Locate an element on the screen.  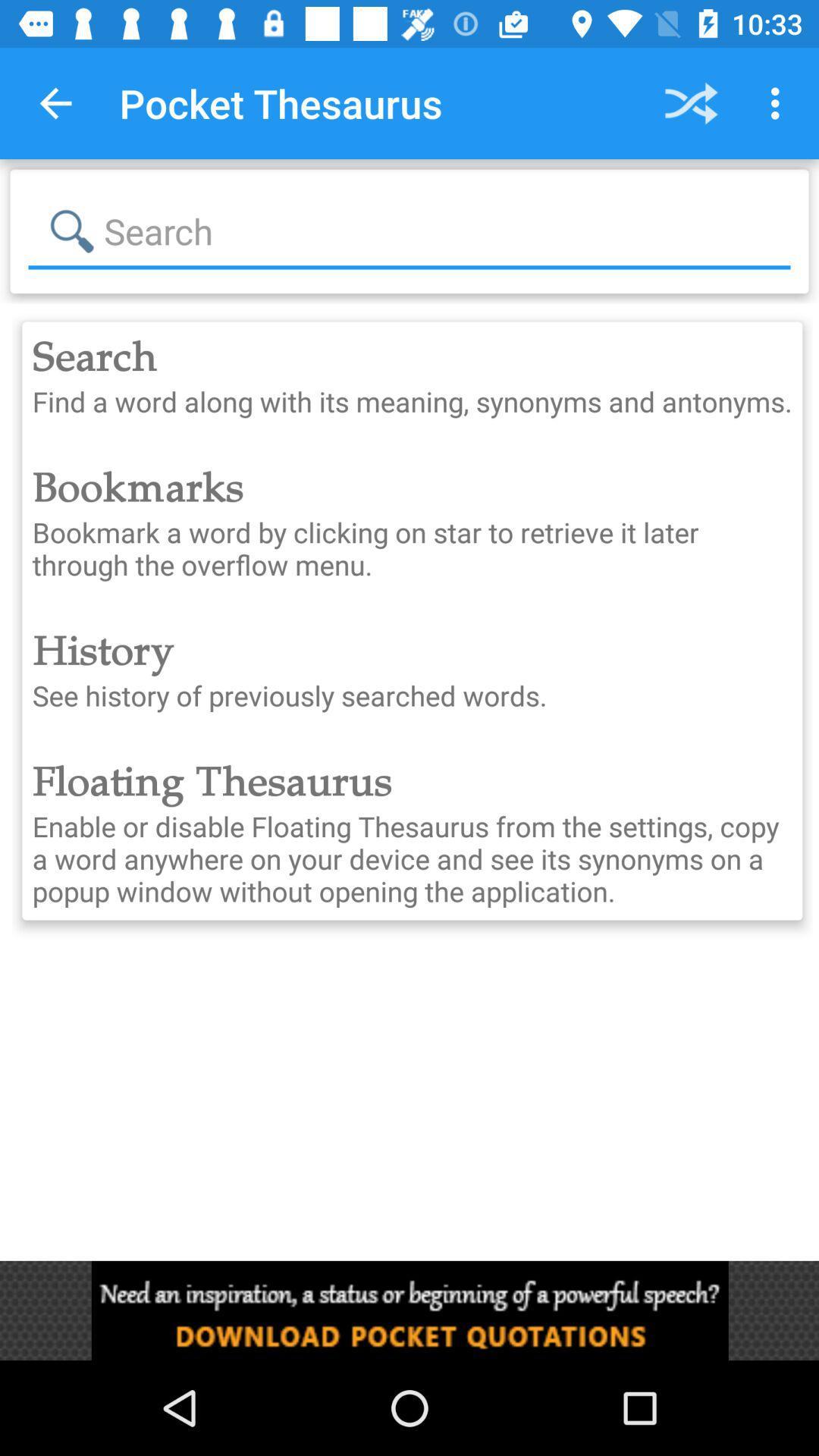
to search is located at coordinates (409, 231).